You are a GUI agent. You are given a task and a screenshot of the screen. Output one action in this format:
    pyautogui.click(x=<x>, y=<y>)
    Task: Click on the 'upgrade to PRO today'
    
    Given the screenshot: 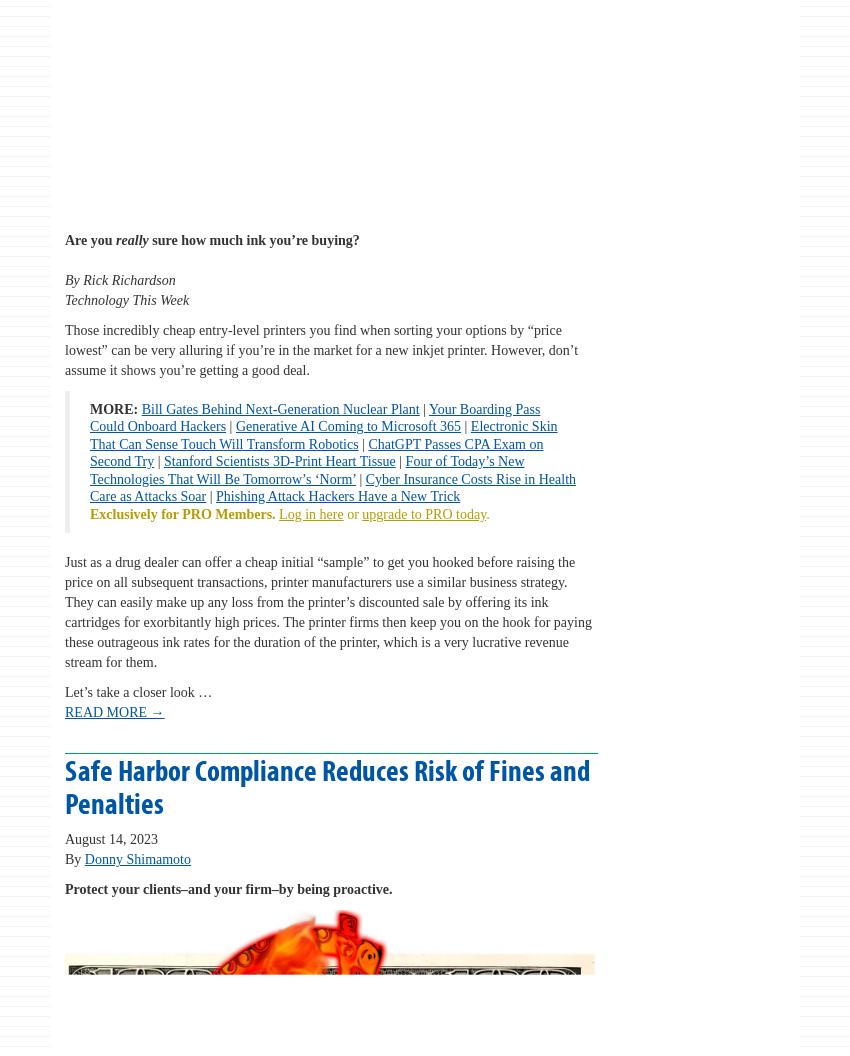 What is the action you would take?
    pyautogui.click(x=423, y=512)
    